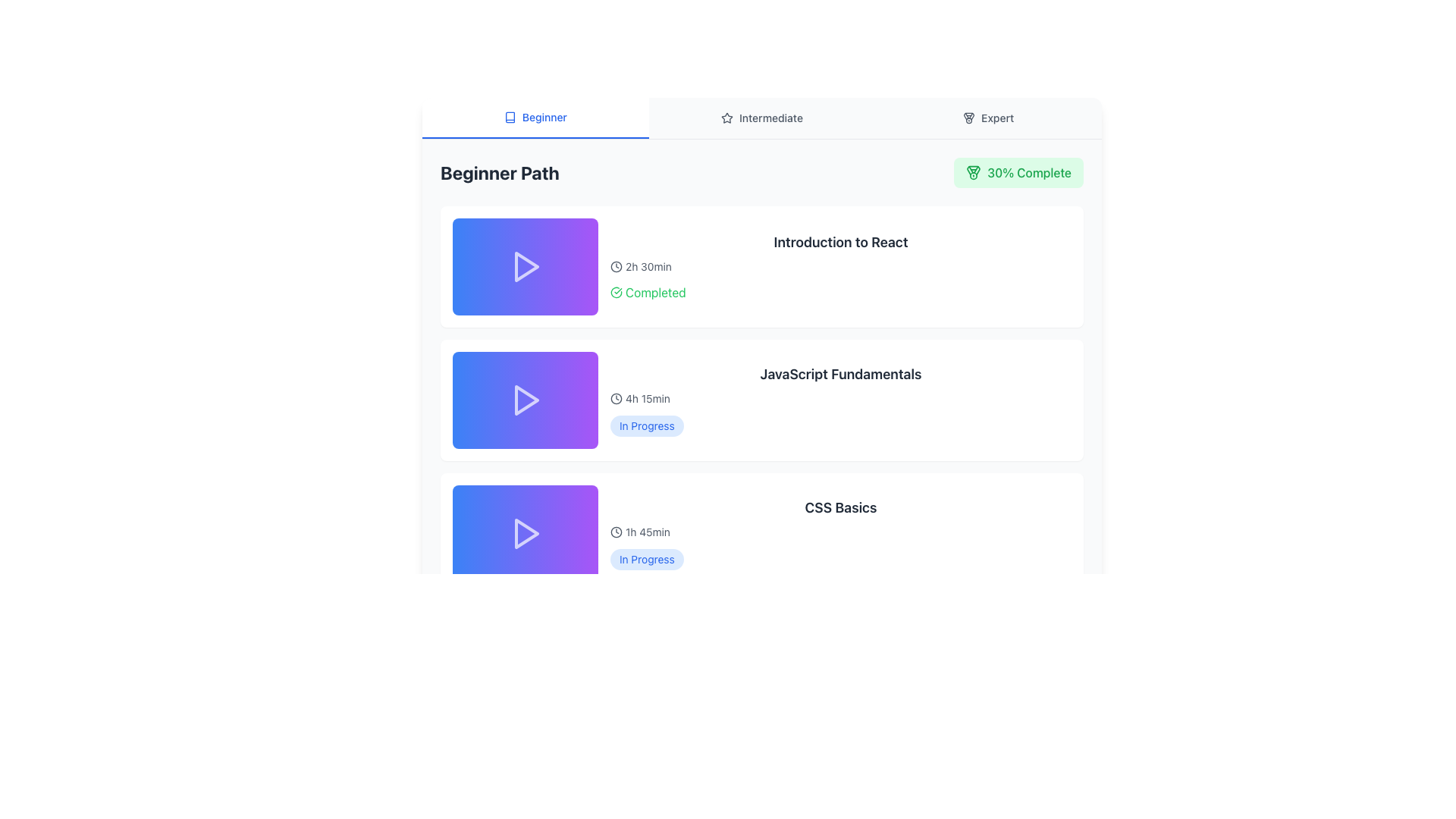  I want to click on the 'In Progress' status indicator badge, which is a pill-shaped badge with a light blue background and blue text, located in the 'CSS Basics' section of the course listing, so click(647, 559).